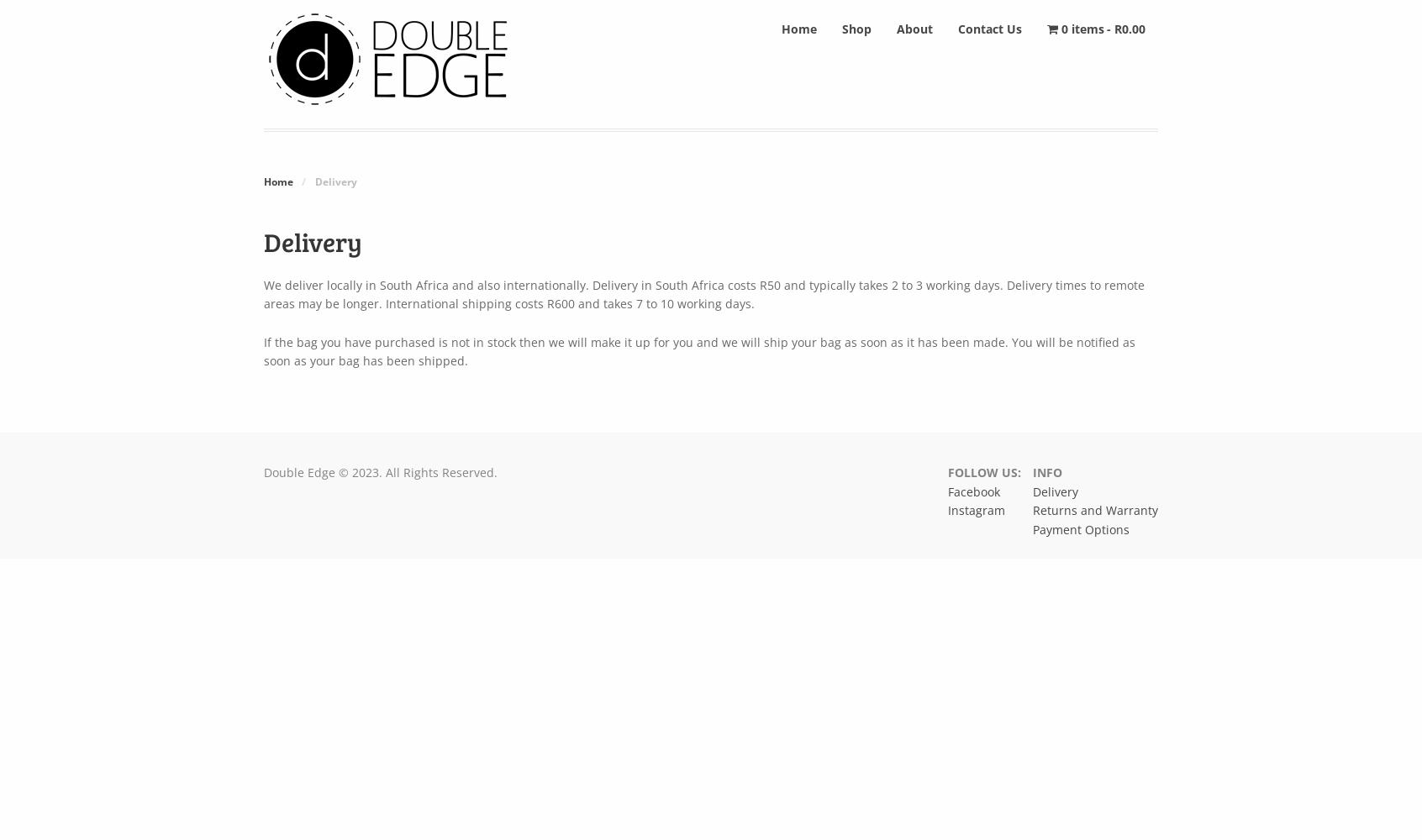 This screenshot has width=1422, height=840. Describe the element at coordinates (1079, 528) in the screenshot. I see `'Payment Options'` at that location.